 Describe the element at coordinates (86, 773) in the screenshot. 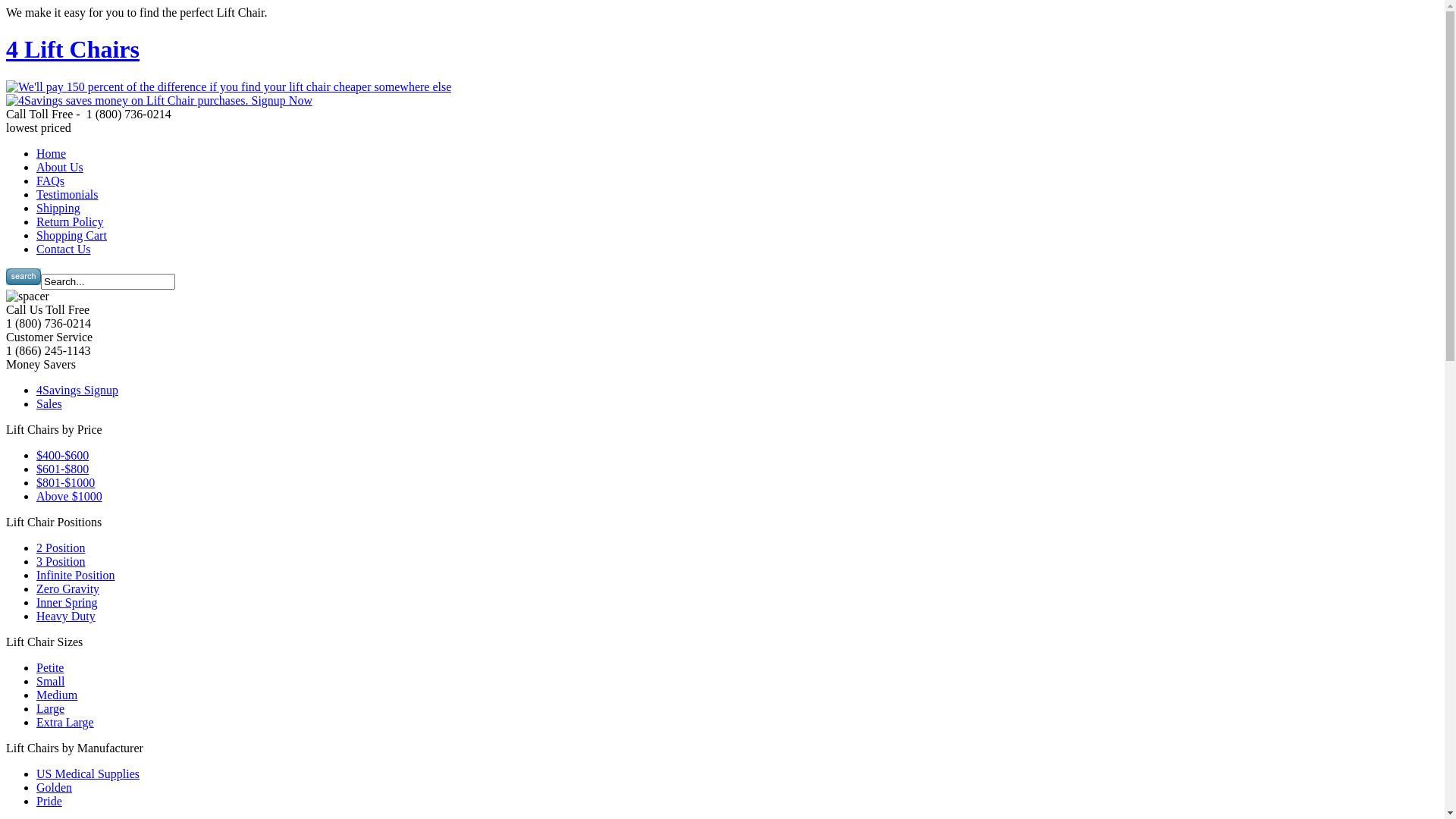

I see `'US Medical Supplies'` at that location.